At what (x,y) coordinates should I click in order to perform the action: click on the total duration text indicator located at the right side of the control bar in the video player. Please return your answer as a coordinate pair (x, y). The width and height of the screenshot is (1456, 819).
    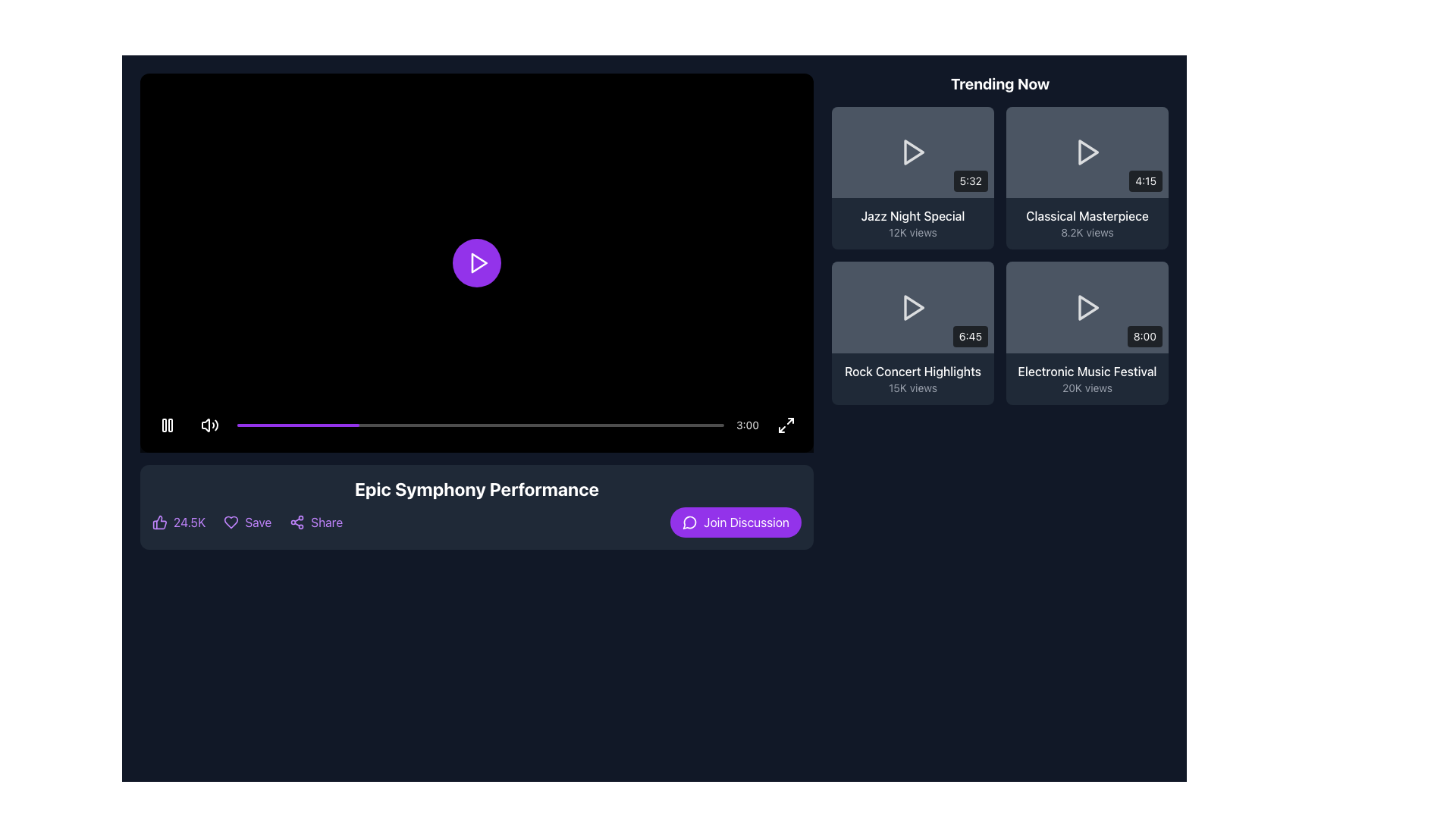
    Looking at the image, I should click on (475, 425).